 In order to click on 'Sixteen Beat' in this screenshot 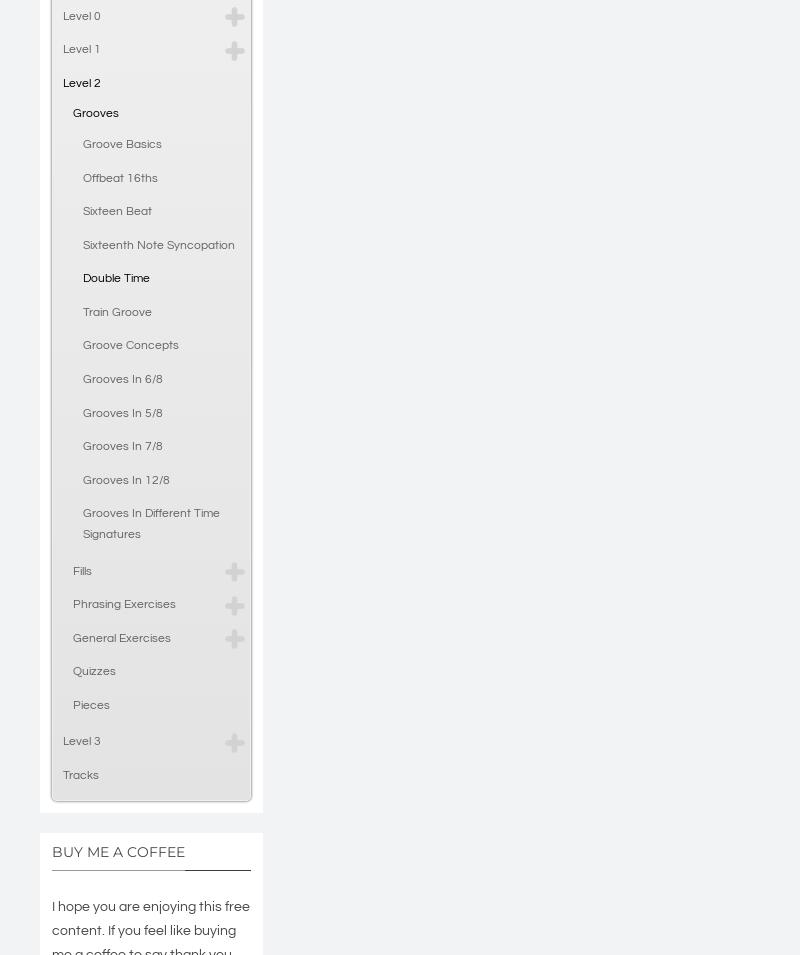, I will do `click(116, 211)`.